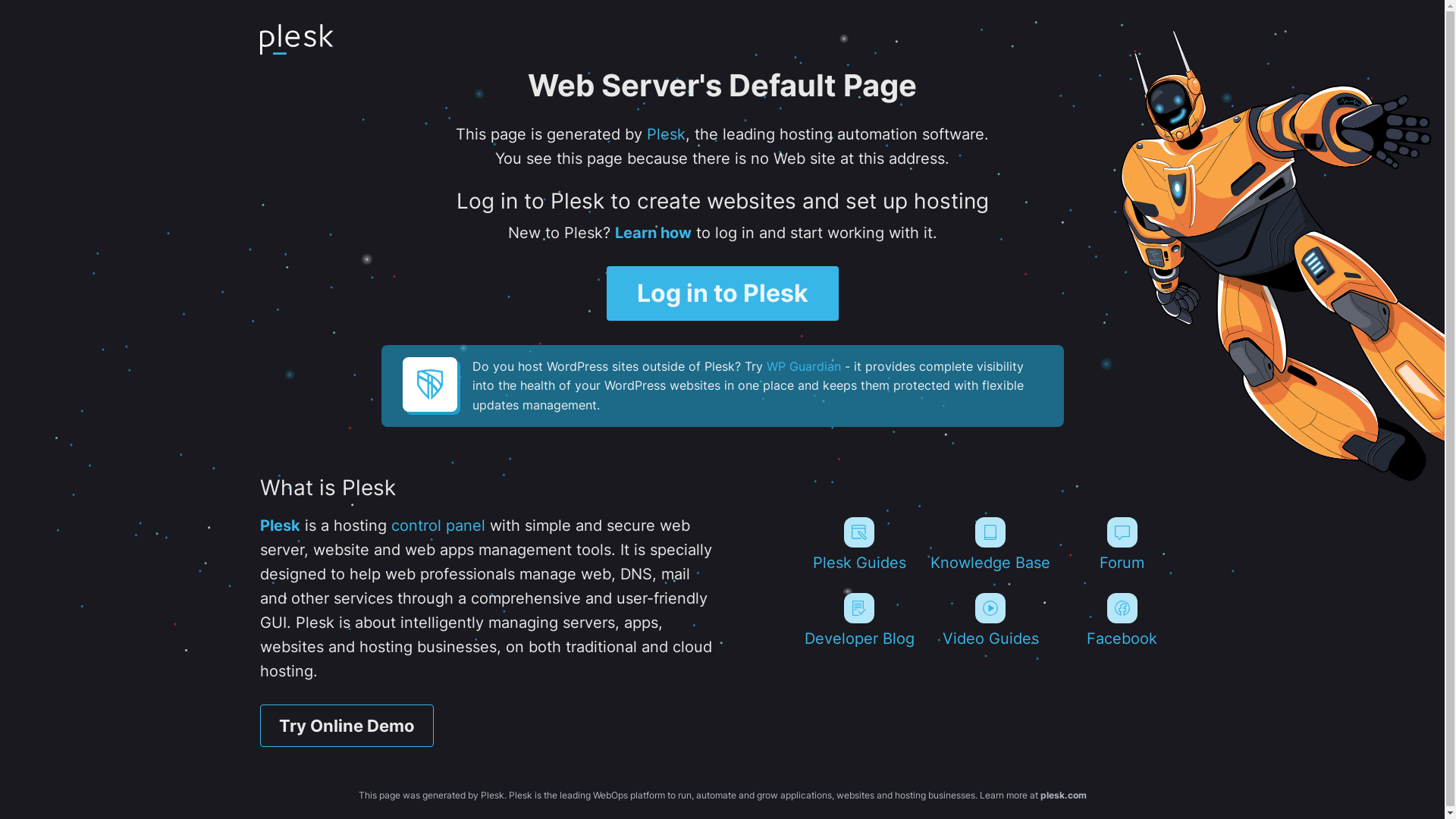 This screenshot has height=819, width=1456. I want to click on 'Try Online Demo', so click(259, 724).